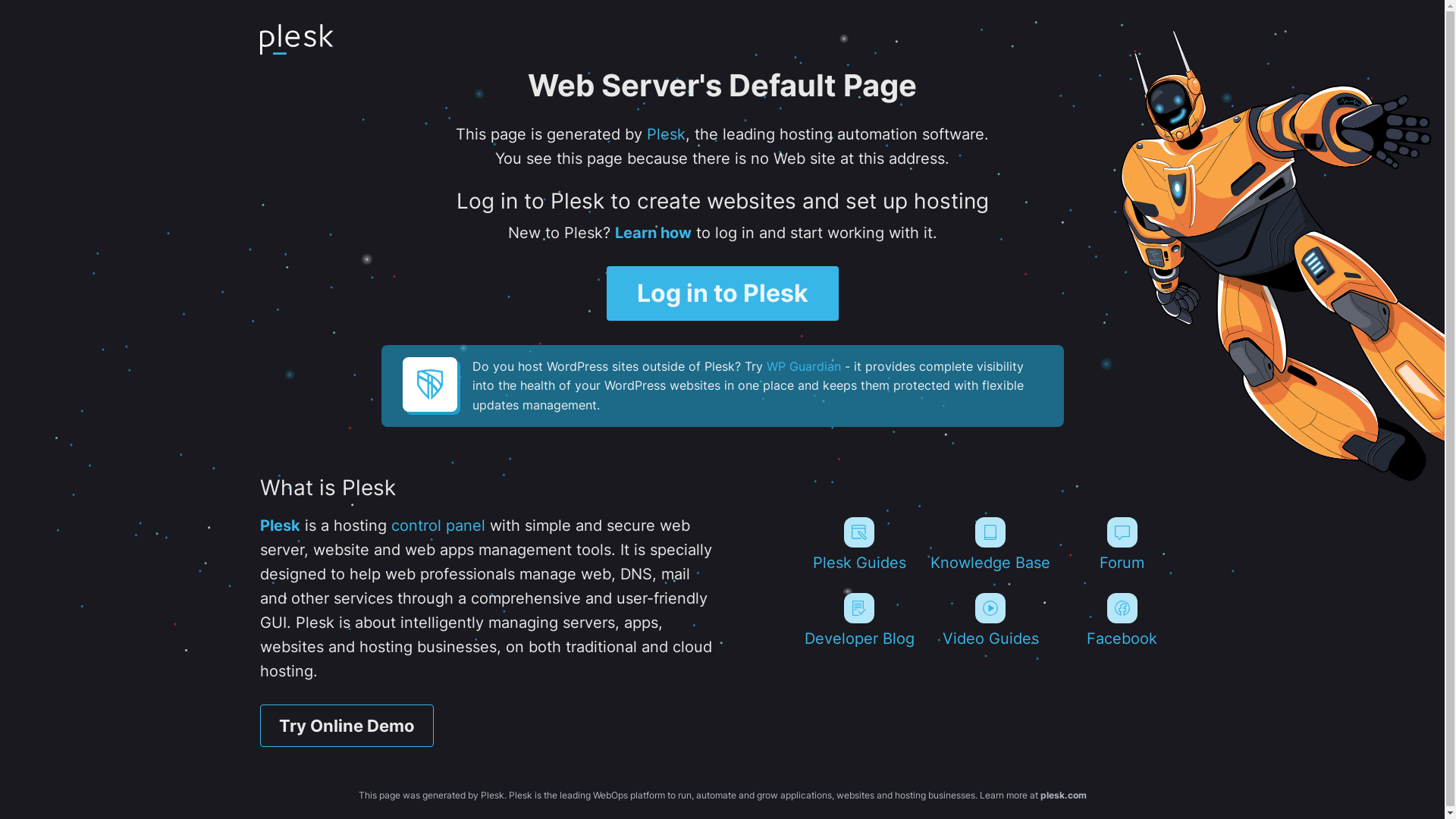 This screenshot has height=819, width=1456. I want to click on 'Try Online Demo', so click(259, 724).